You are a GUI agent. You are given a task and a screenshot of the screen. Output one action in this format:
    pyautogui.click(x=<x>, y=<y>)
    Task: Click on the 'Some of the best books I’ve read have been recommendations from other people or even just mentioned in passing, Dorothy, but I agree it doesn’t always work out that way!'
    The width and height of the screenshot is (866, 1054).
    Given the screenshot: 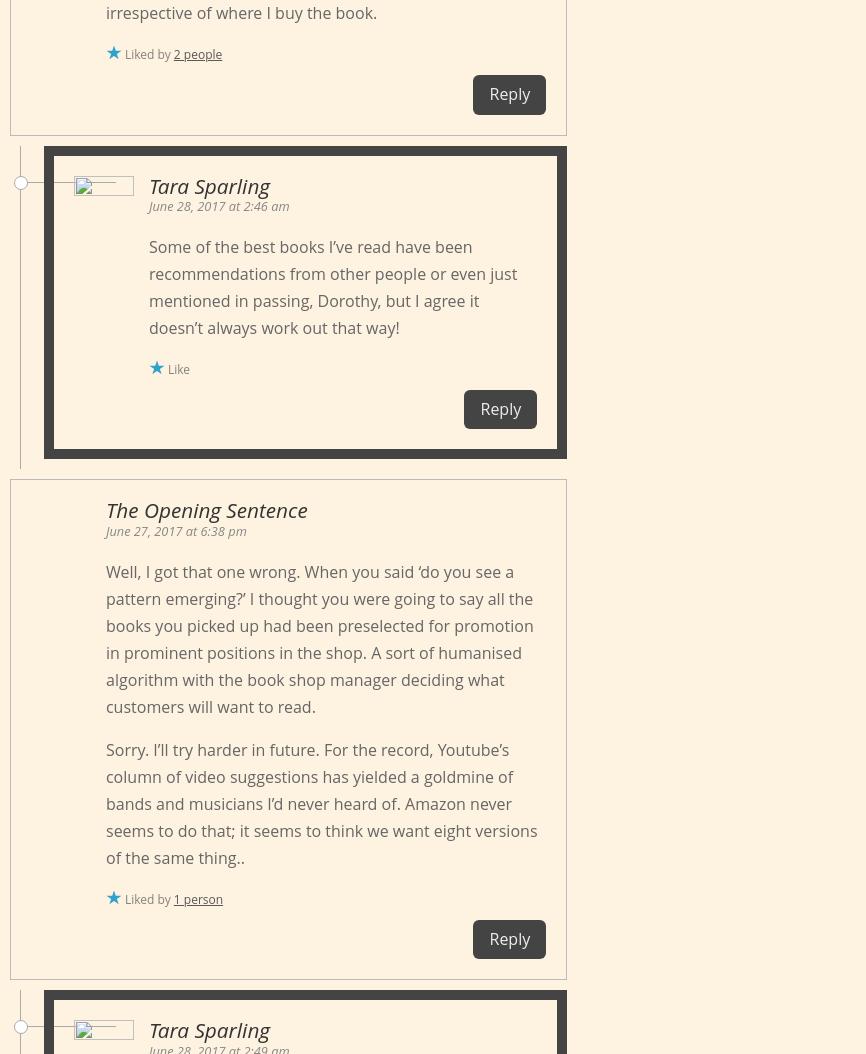 What is the action you would take?
    pyautogui.click(x=331, y=286)
    